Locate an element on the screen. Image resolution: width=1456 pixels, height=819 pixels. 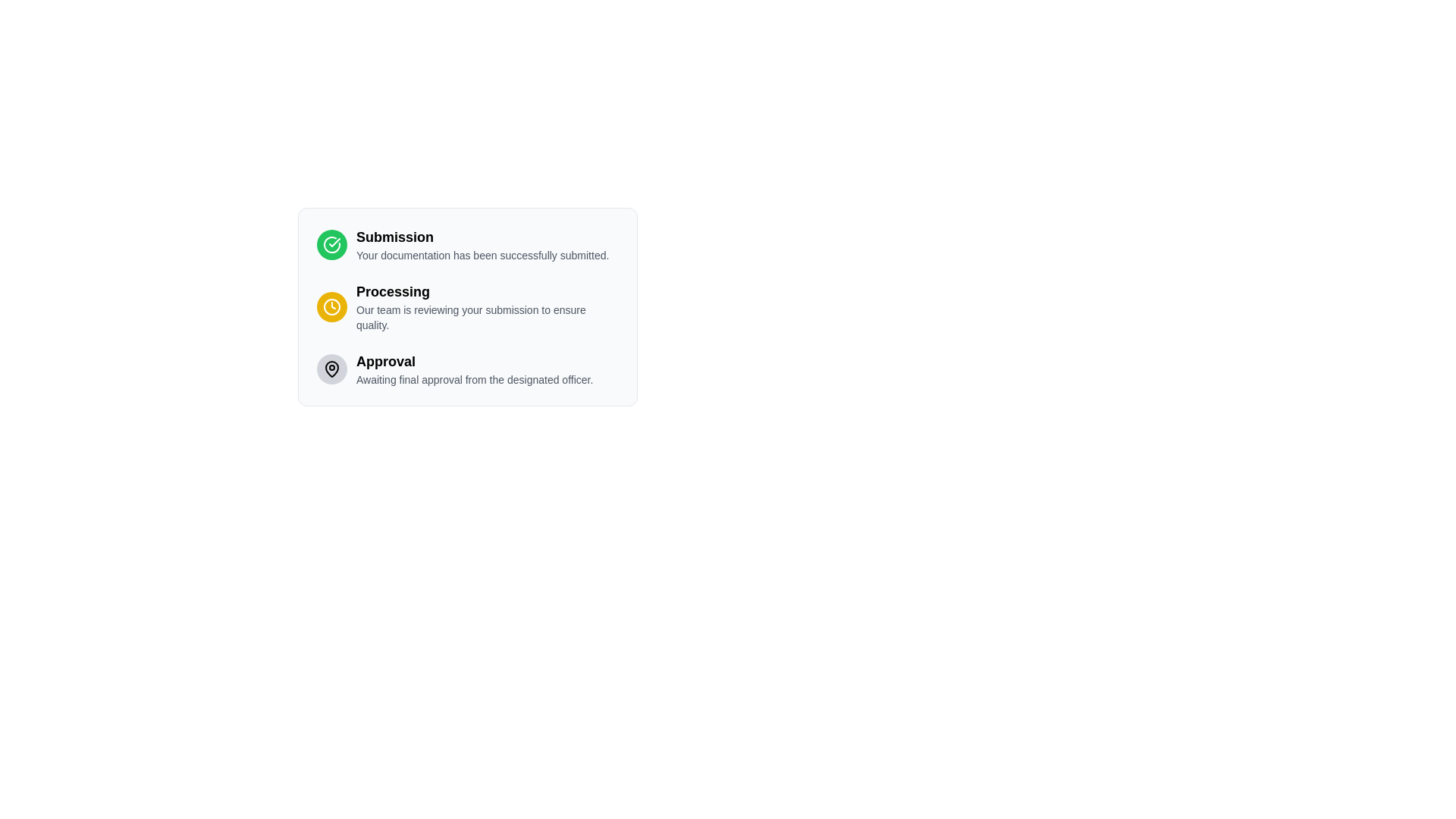
success message text block that informs the user about the successful submission of their documentation, which is positioned at the top of the status indicators list, to the right of a green circular icon with a white checkmark is located at coordinates (482, 244).